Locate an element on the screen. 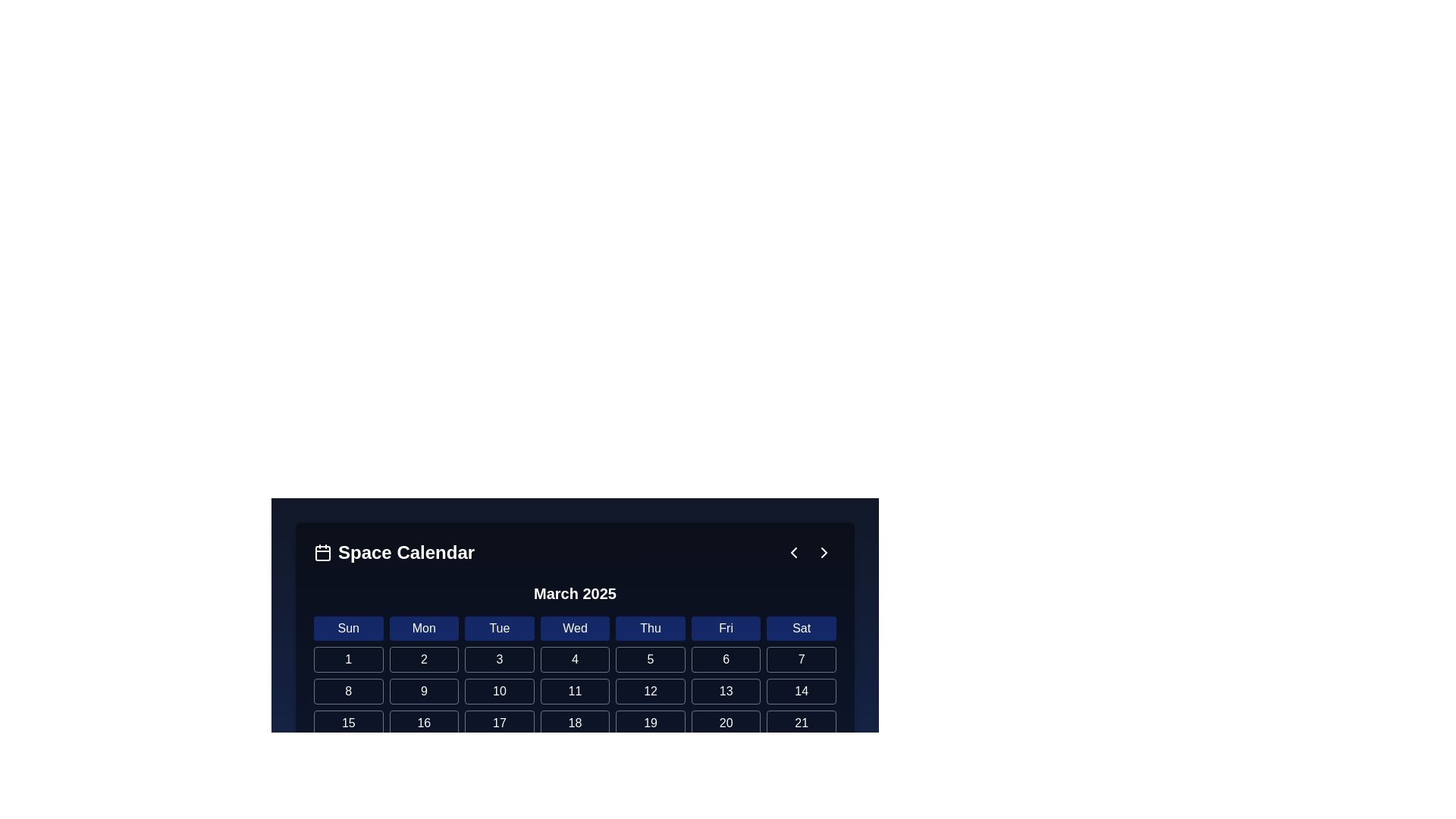 The height and width of the screenshot is (819, 1456). the calendar day cell displaying the numeral '4', located in the first week row and fourth column under the 'Wed' header is located at coordinates (574, 659).